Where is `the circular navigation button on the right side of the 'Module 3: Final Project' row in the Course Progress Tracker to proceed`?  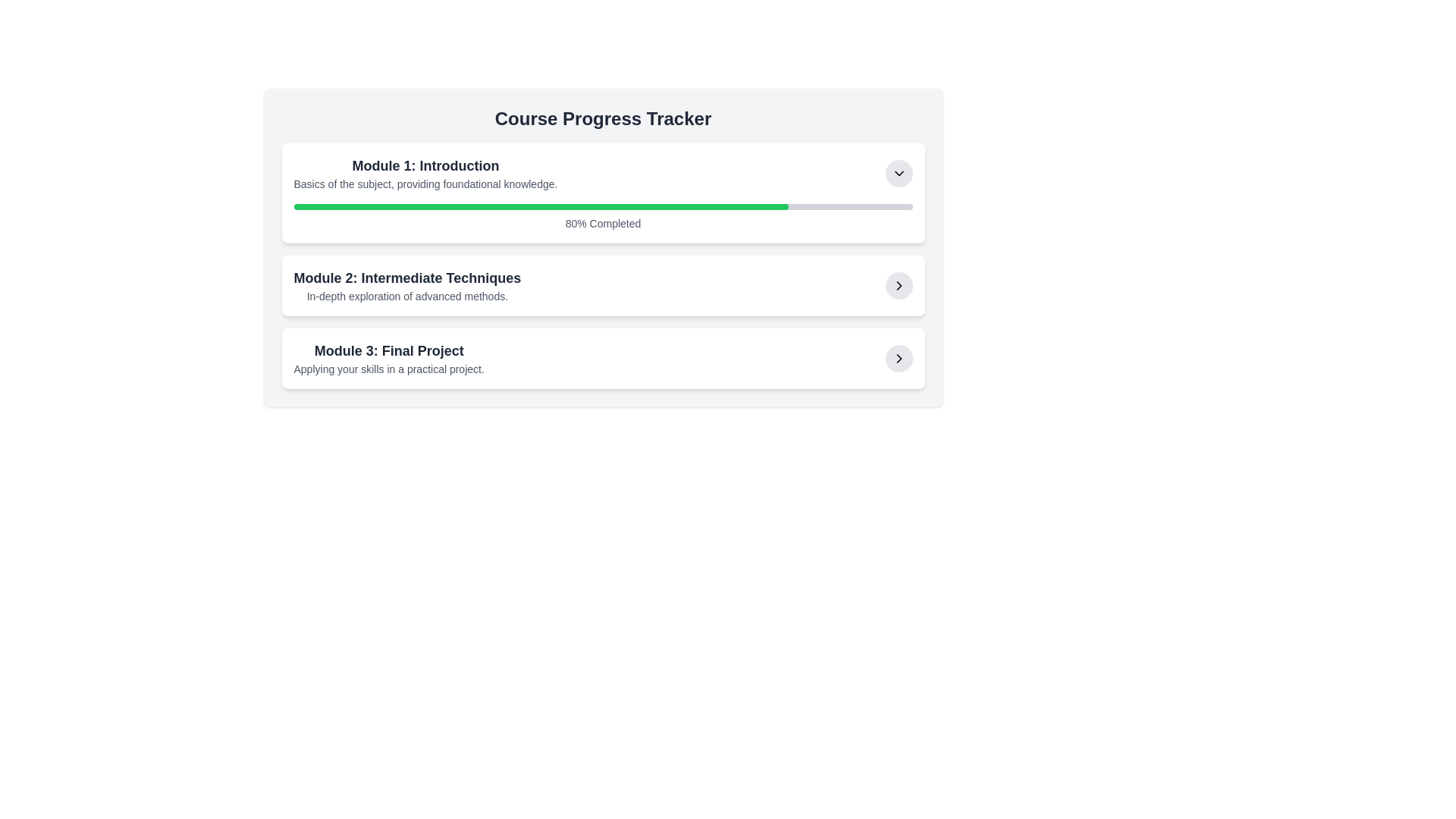 the circular navigation button on the right side of the 'Module 3: Final Project' row in the Course Progress Tracker to proceed is located at coordinates (602, 359).